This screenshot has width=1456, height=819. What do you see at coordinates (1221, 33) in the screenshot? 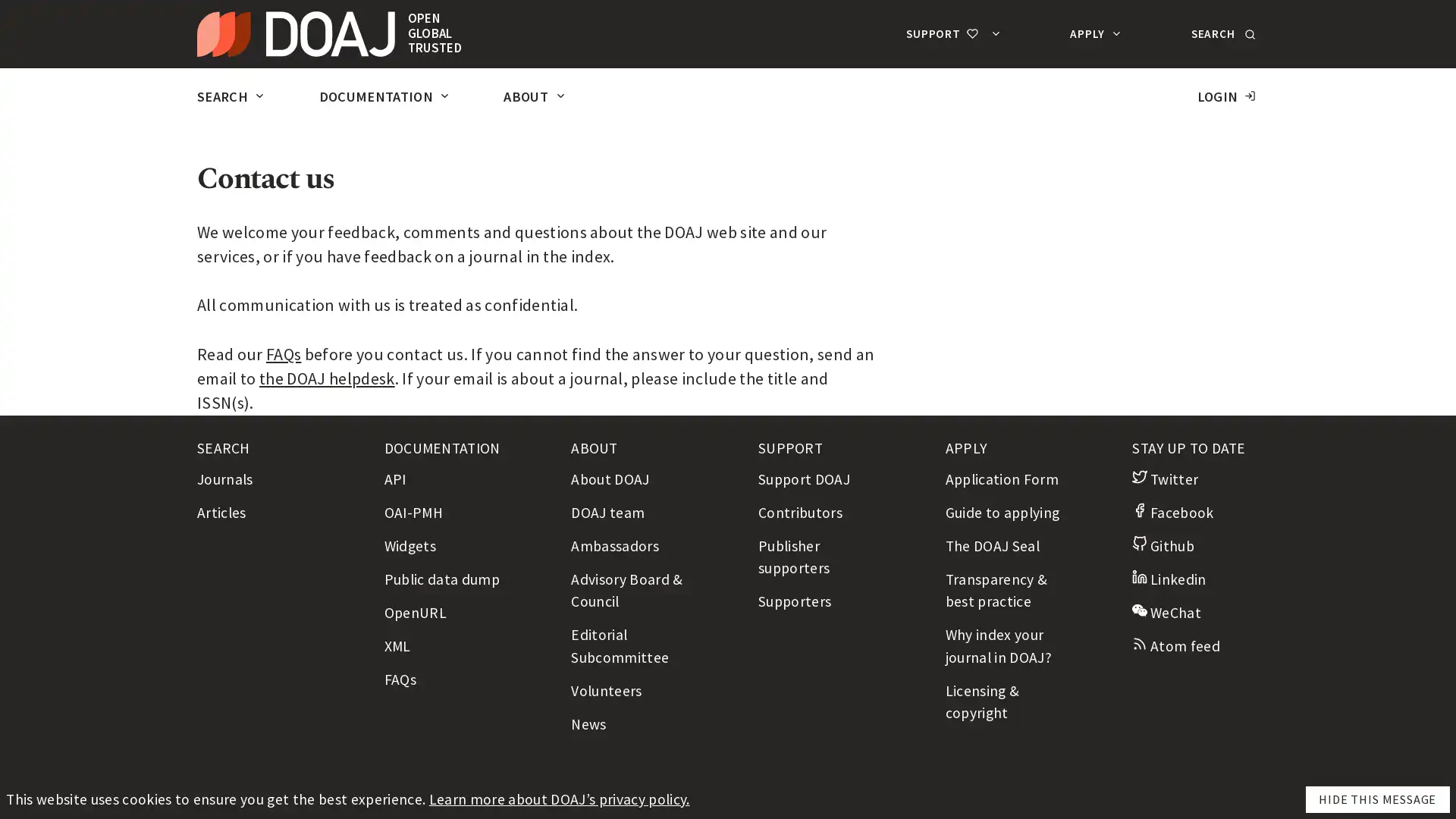
I see `SEARCH` at bounding box center [1221, 33].